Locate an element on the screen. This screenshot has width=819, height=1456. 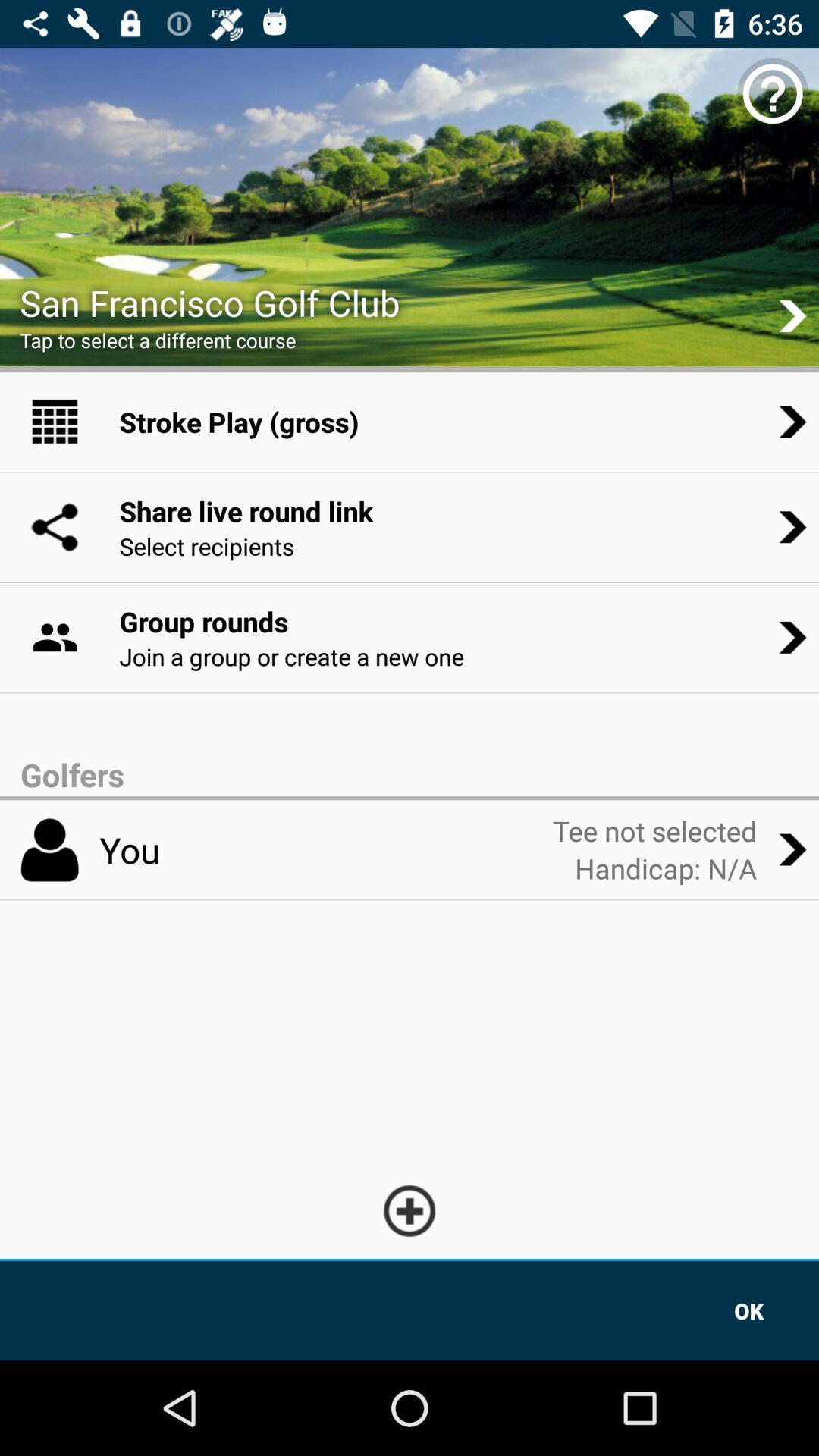
the icon at the bottom right corner is located at coordinates (748, 1310).